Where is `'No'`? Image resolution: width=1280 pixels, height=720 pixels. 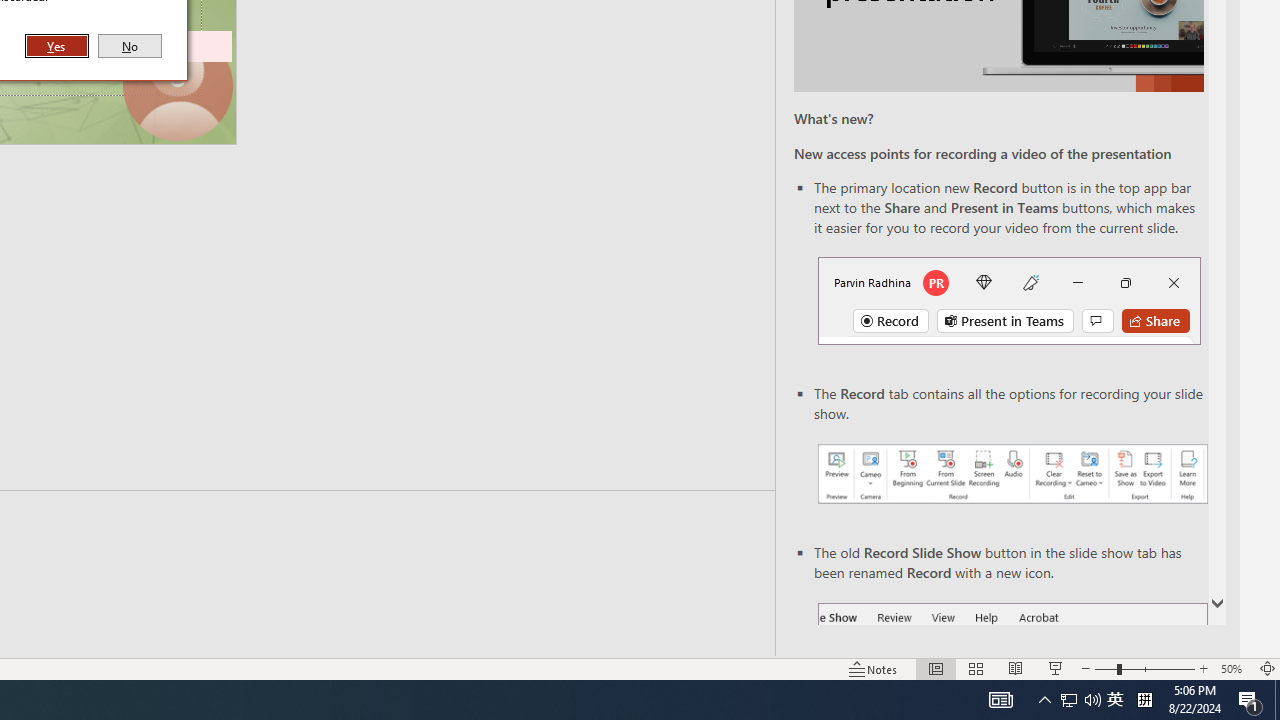 'No' is located at coordinates (129, 45).